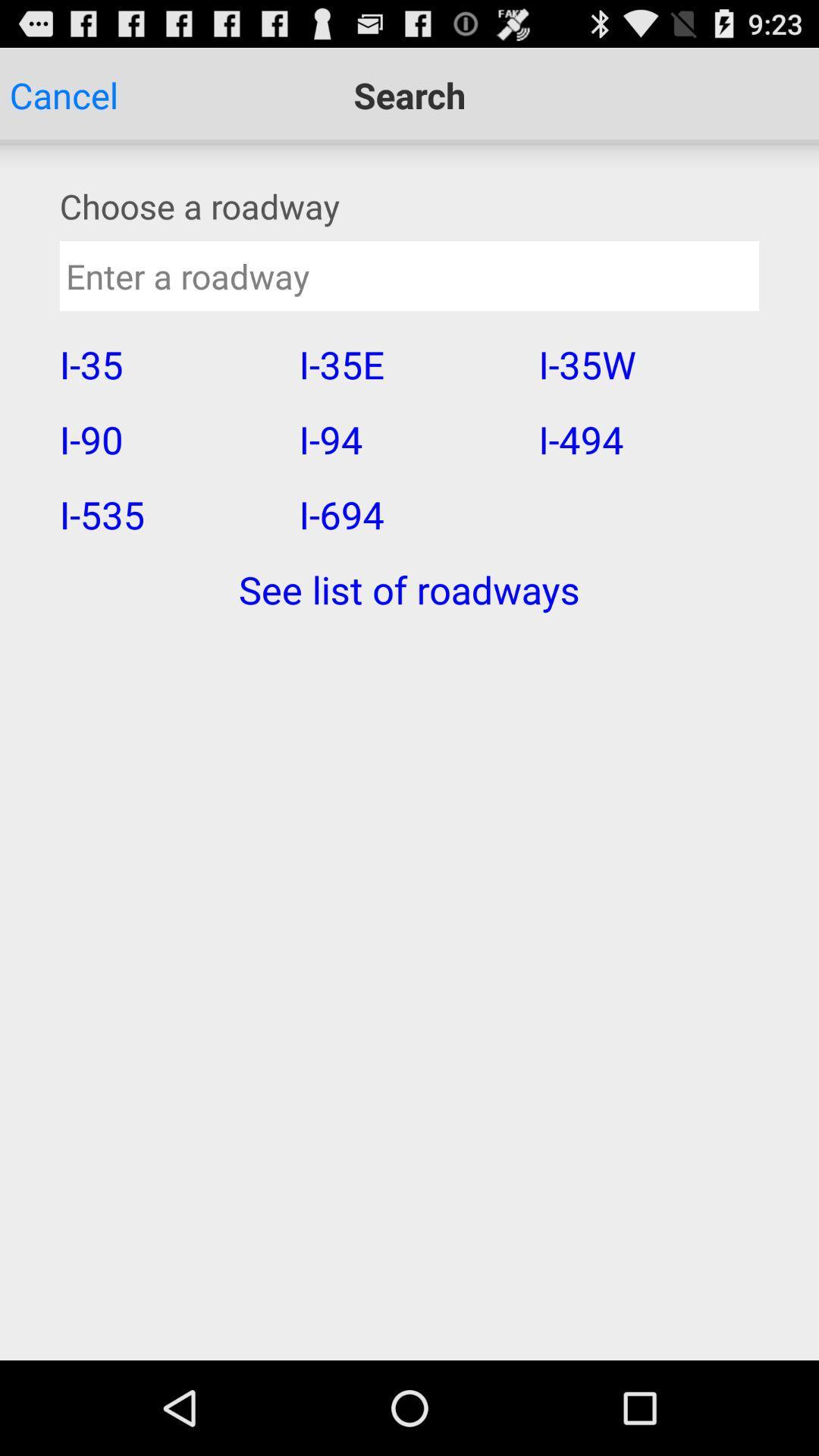  I want to click on the icon next to i-35e item, so click(648, 438).